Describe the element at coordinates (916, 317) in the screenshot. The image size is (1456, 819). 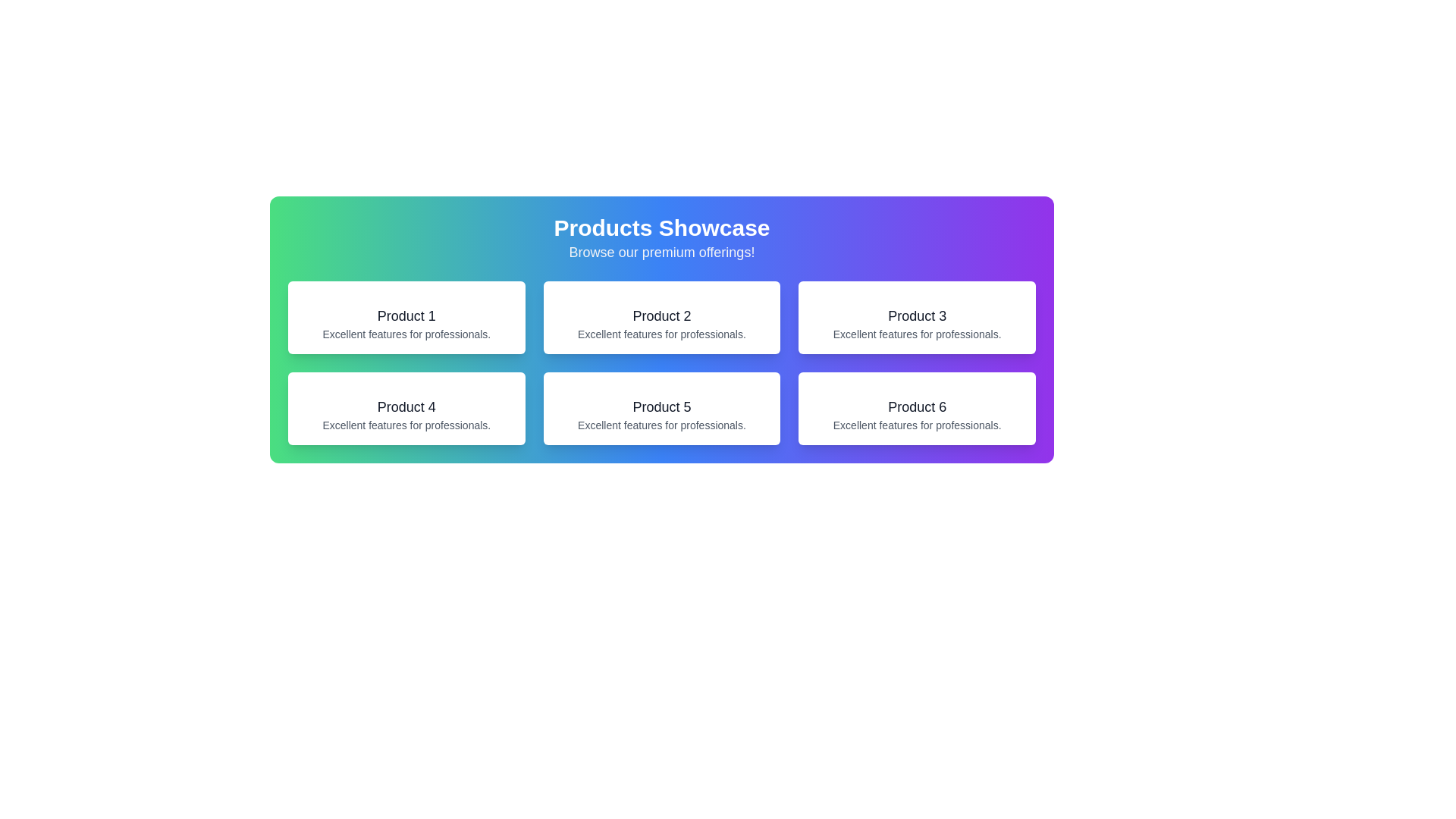
I see `the clickable card displaying 'Product 3' located in the rightmost column of the first row under the 'Products Showcase' header` at that location.